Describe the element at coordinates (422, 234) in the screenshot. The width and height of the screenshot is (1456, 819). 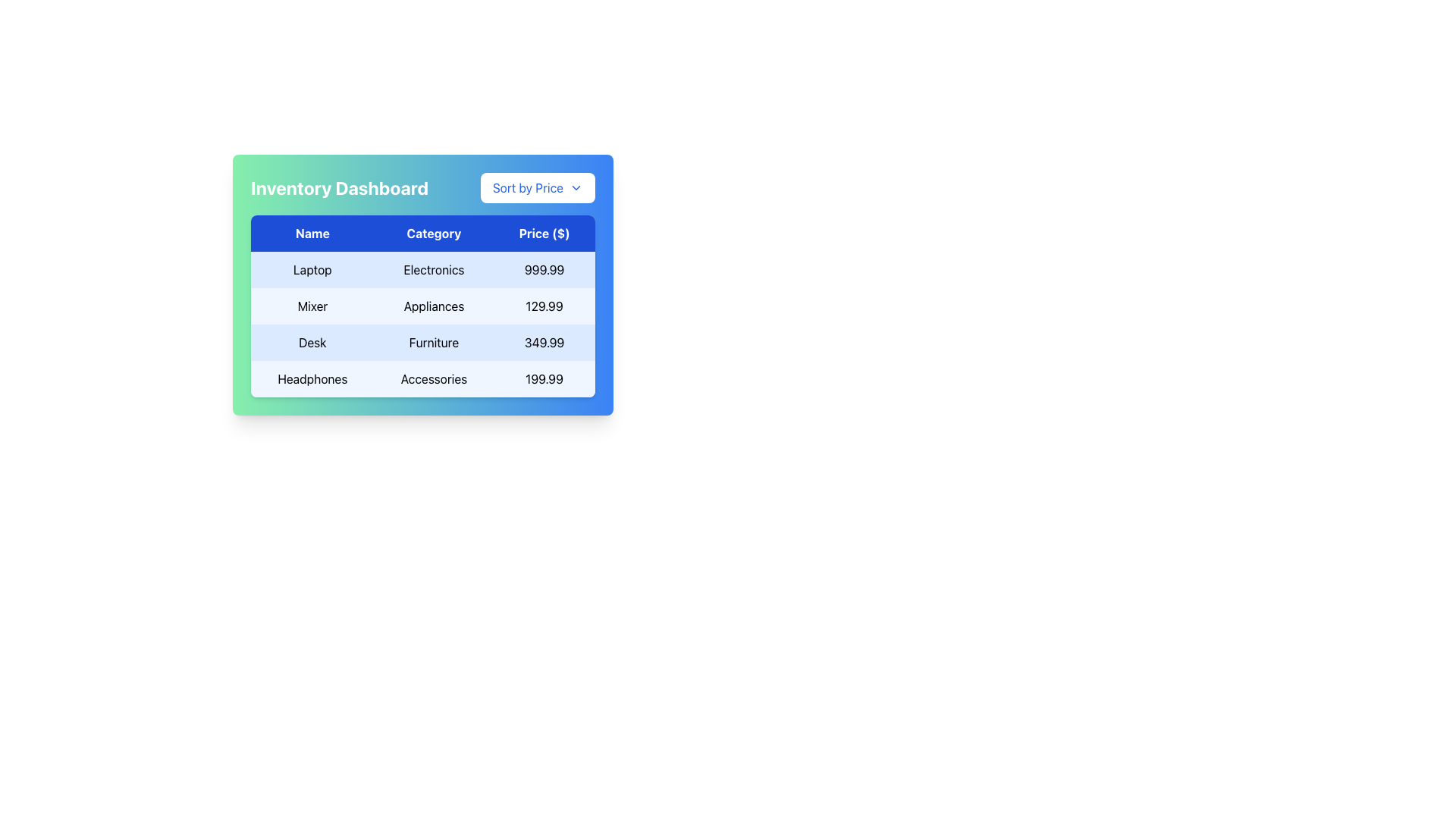
I see `the table header element that indicates the column names for the data in the rows below it by moving the cursor to its center point` at that location.